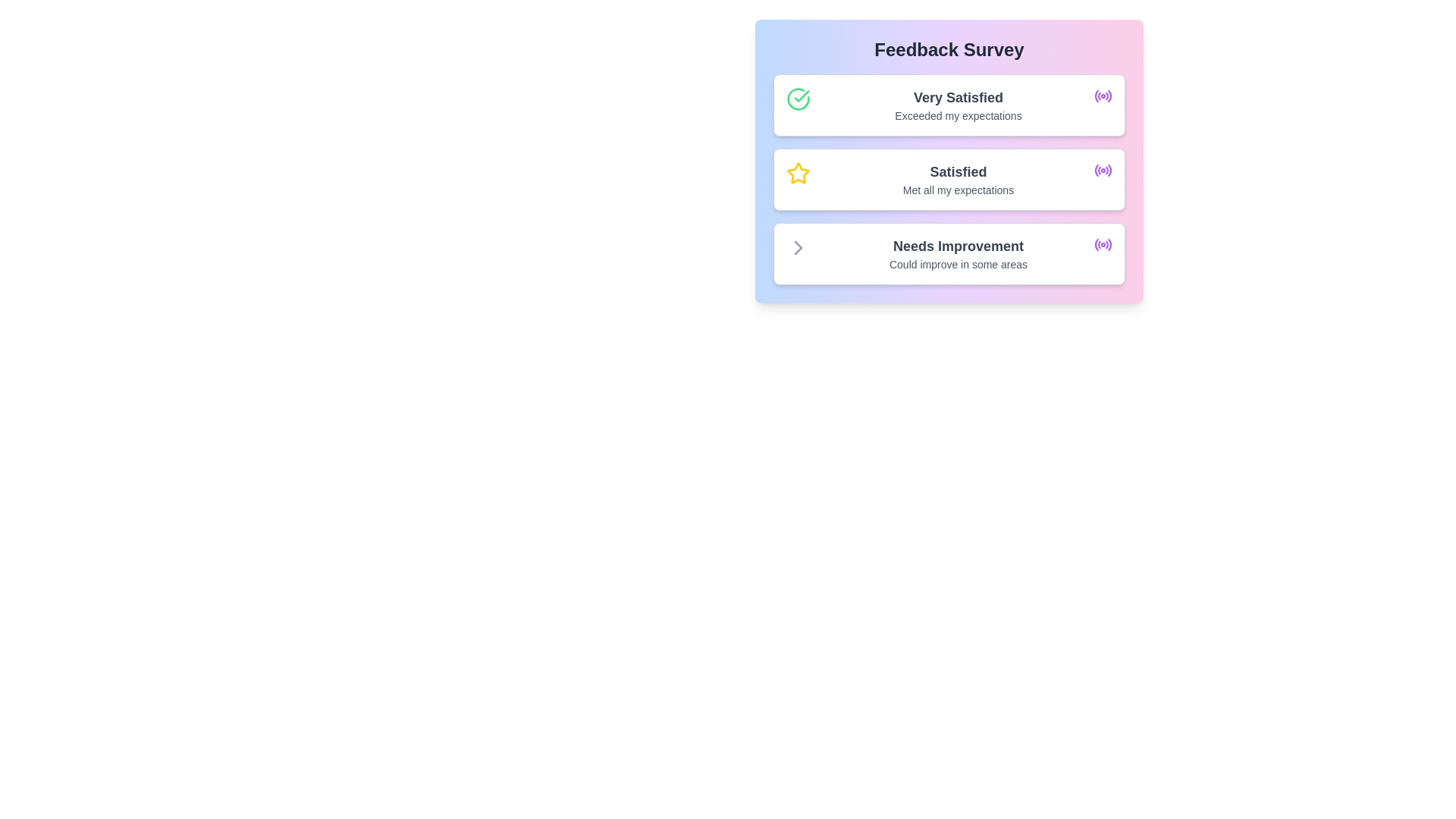 Image resolution: width=1456 pixels, height=819 pixels. What do you see at coordinates (949, 49) in the screenshot?
I see `the text label at the top of the survey section, which serves as the title or header for the listed options below` at bounding box center [949, 49].